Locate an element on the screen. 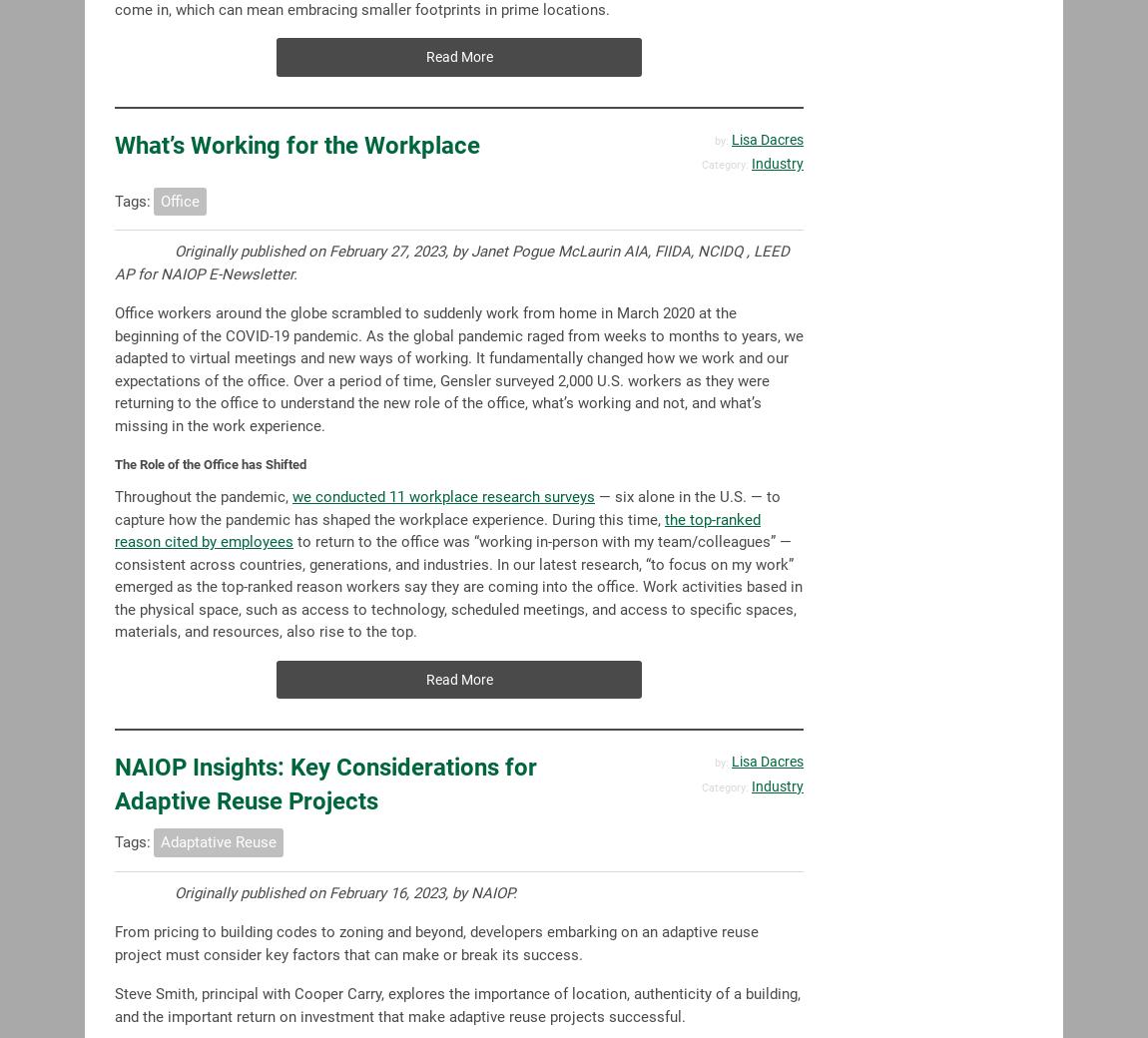 Image resolution: width=1148 pixels, height=1038 pixels. 'to return to the office was “working in-person with my team/colleagues” — consistent across countries, generations, and industries. In our latest research, “to focus on my work” emerged as the top-ranked reason workers say they are coming into the office. Work activities based in the physical space, such as access to technology, scheduled meetings, and access to specific spaces, materials, and resources, also rise to the top.' is located at coordinates (458, 586).